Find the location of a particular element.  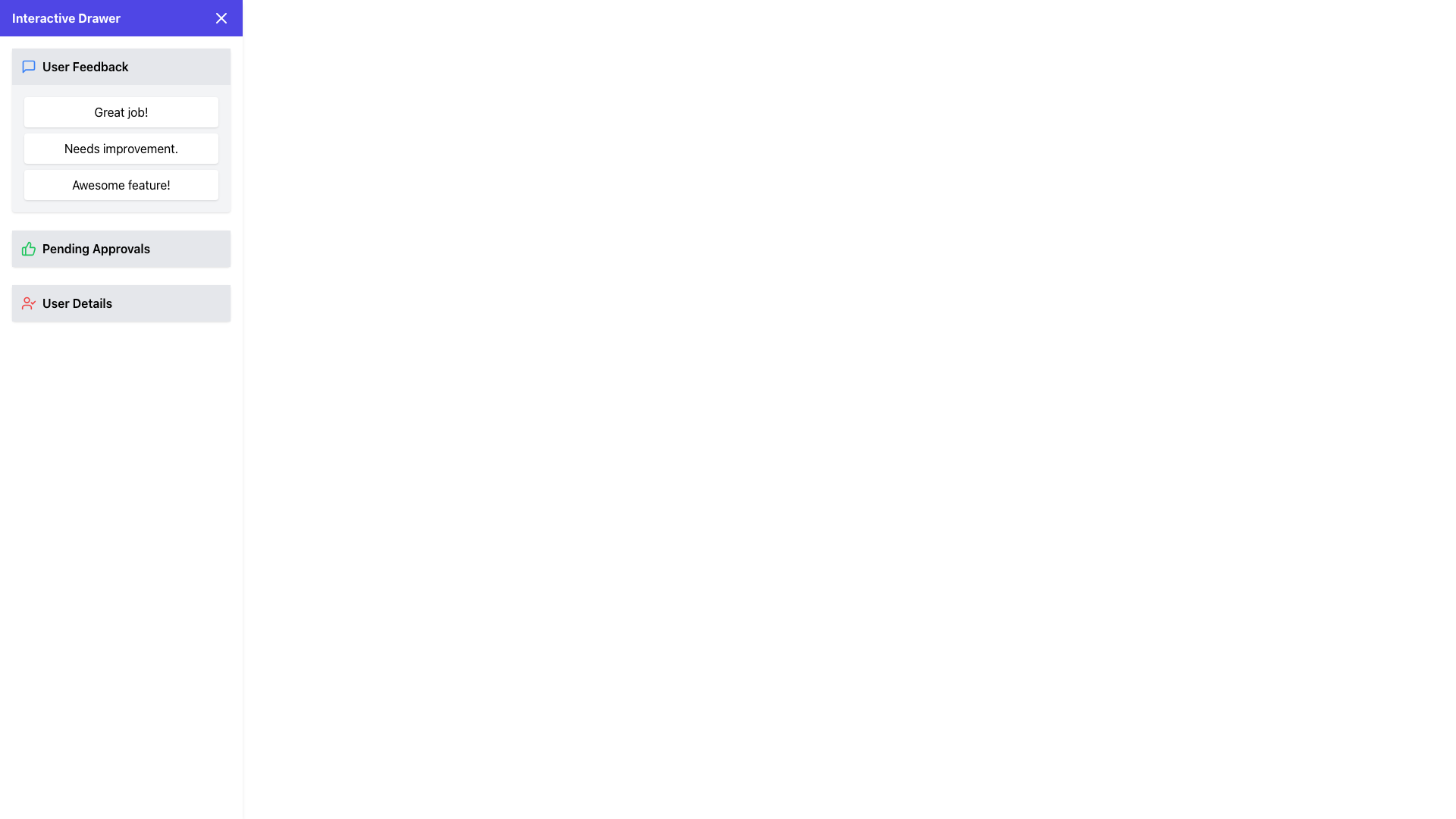

the speech bubble icon in the 'Interactive Drawer' sidebar, which is blue and positioned next to the 'User Feedback' label is located at coordinates (29, 66).